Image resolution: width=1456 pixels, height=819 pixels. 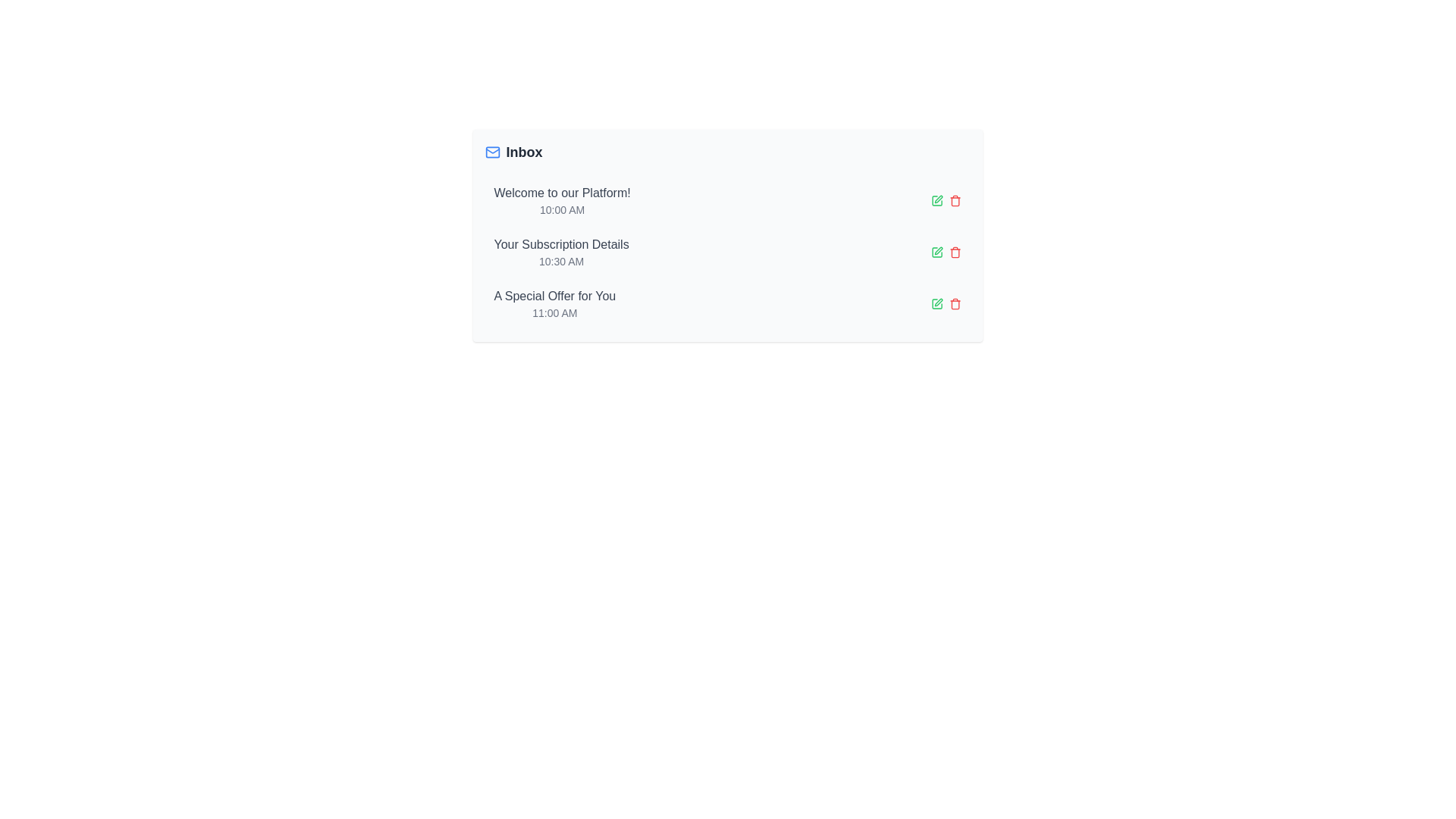 What do you see at coordinates (937, 302) in the screenshot?
I see `the green pencil-shaped icon located in the upper-right section of its group` at bounding box center [937, 302].